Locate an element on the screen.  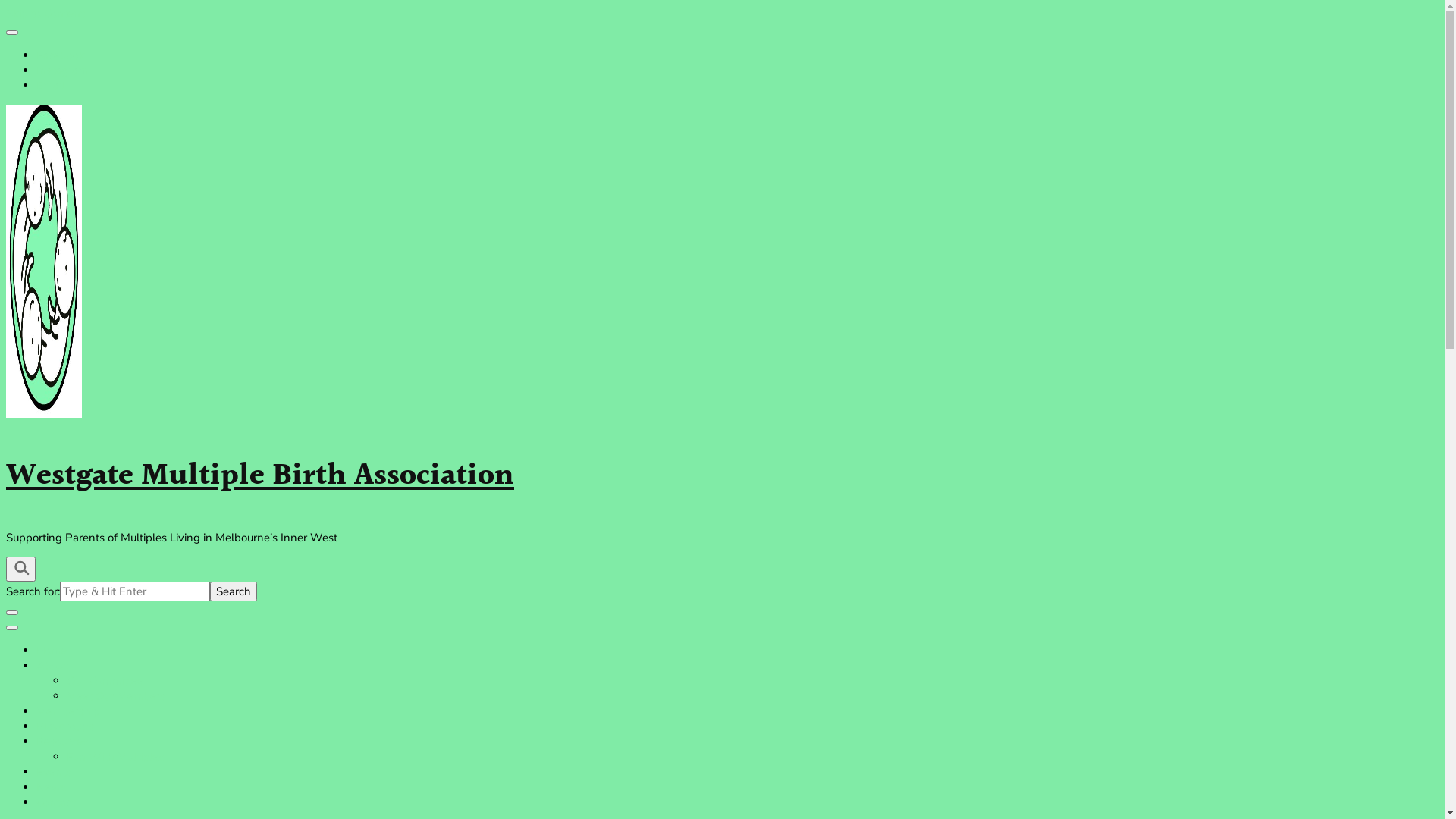
'Our Committee' is located at coordinates (104, 680).